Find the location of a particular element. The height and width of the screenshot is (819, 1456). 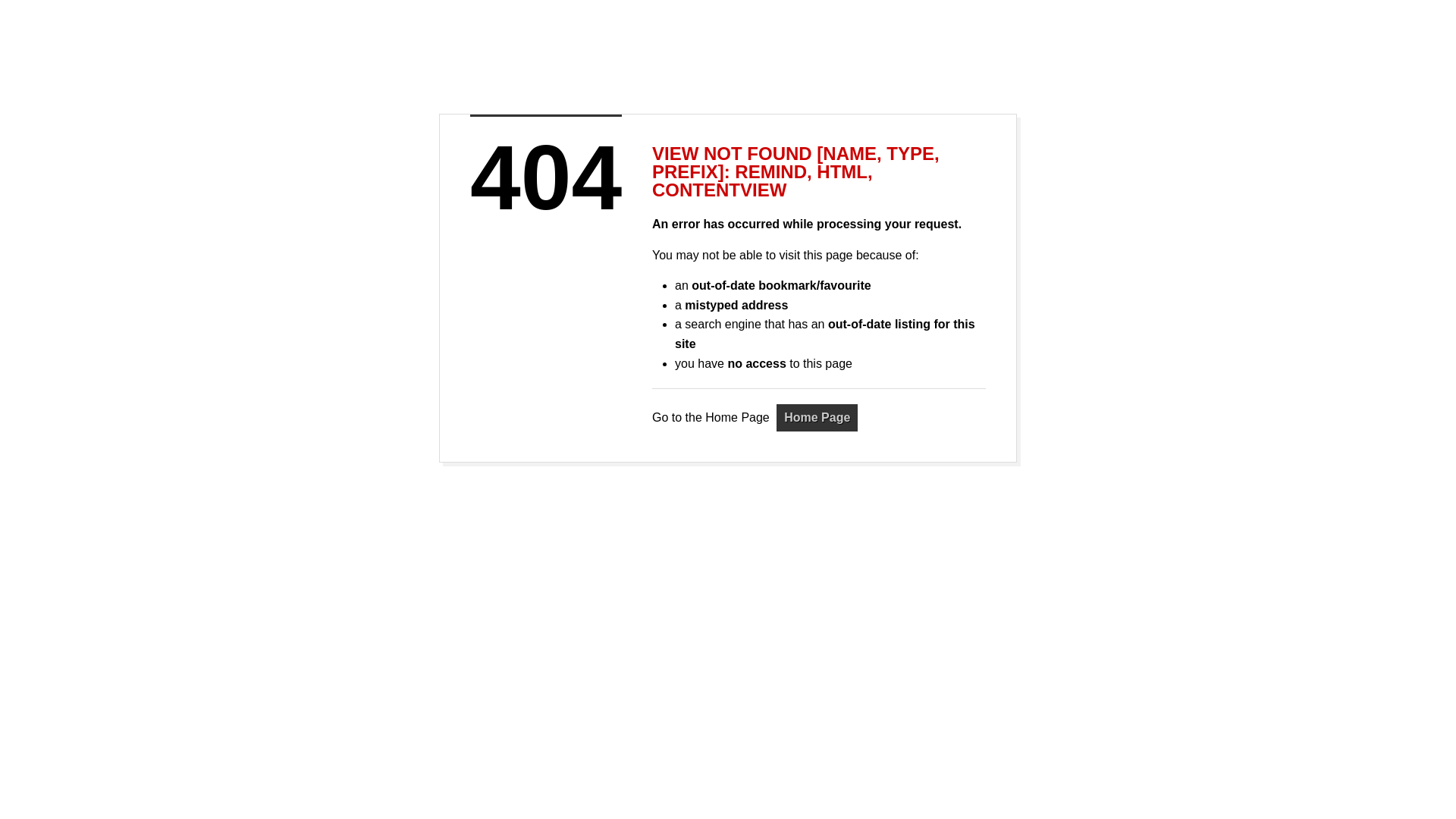

'Home Page' is located at coordinates (776, 418).